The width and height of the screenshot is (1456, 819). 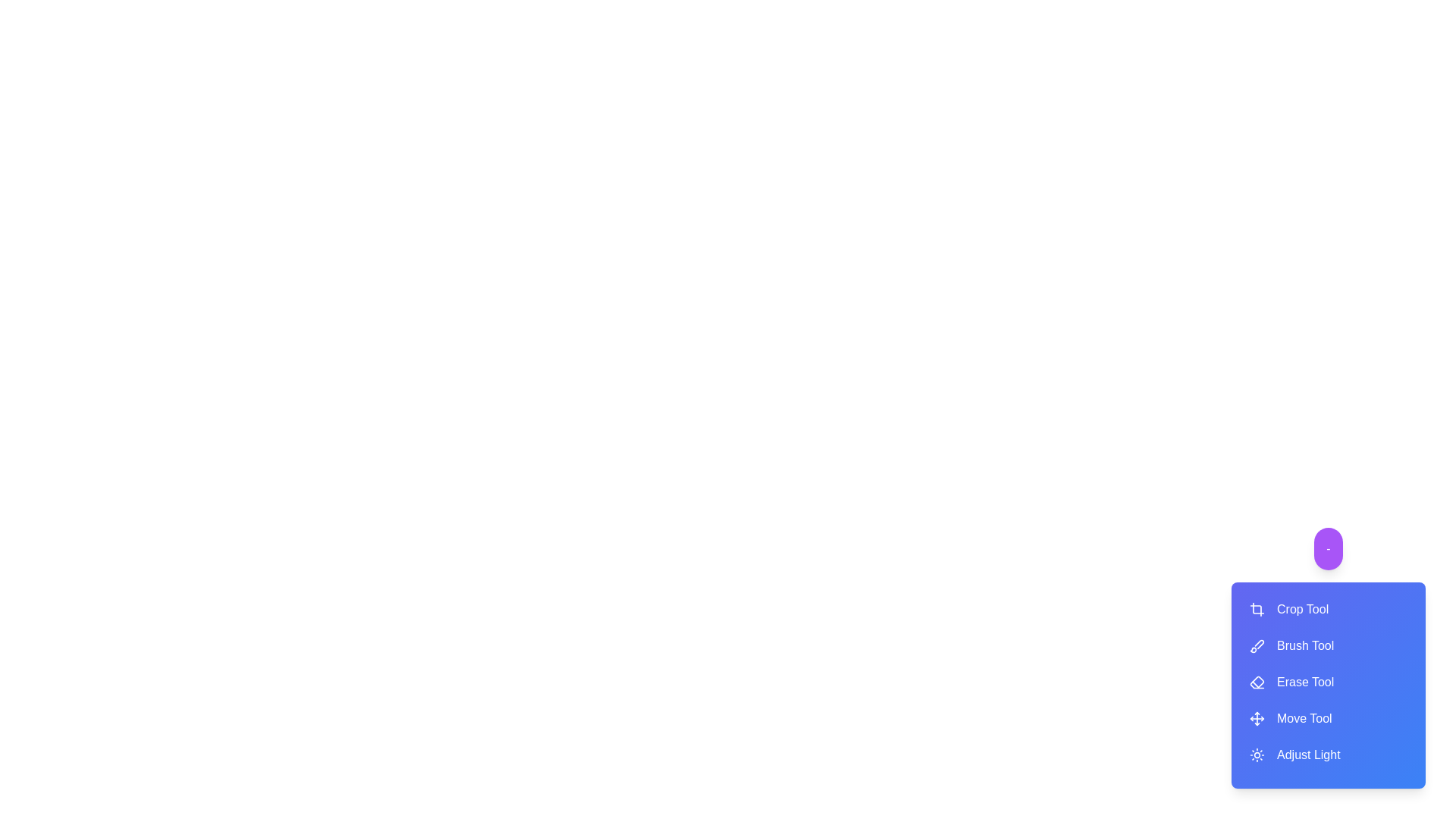 What do you see at coordinates (1257, 608) in the screenshot?
I see `the 'Crop Tool' icon, which is the first menu item` at bounding box center [1257, 608].